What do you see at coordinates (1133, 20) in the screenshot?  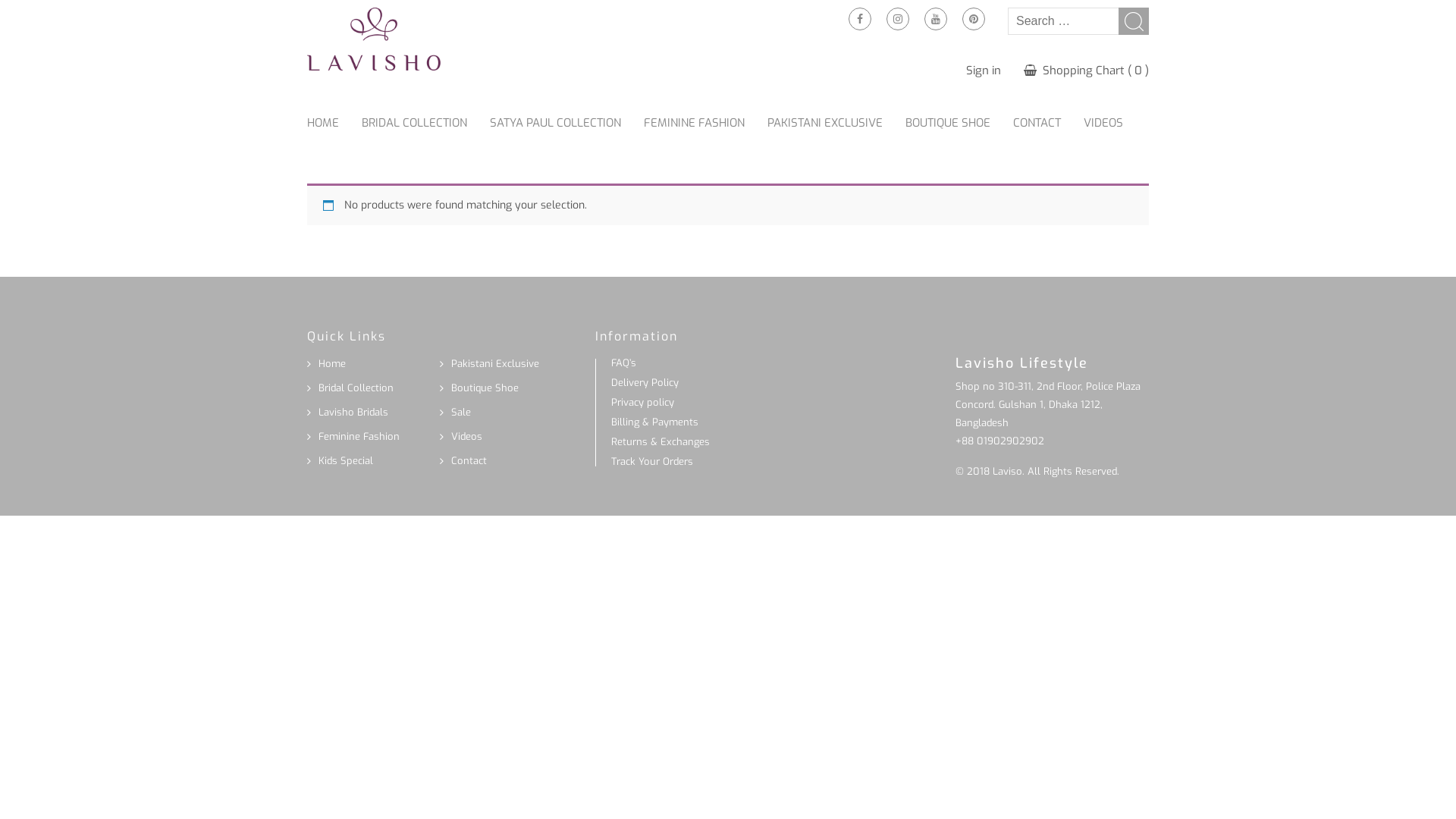 I see `'Search'` at bounding box center [1133, 20].